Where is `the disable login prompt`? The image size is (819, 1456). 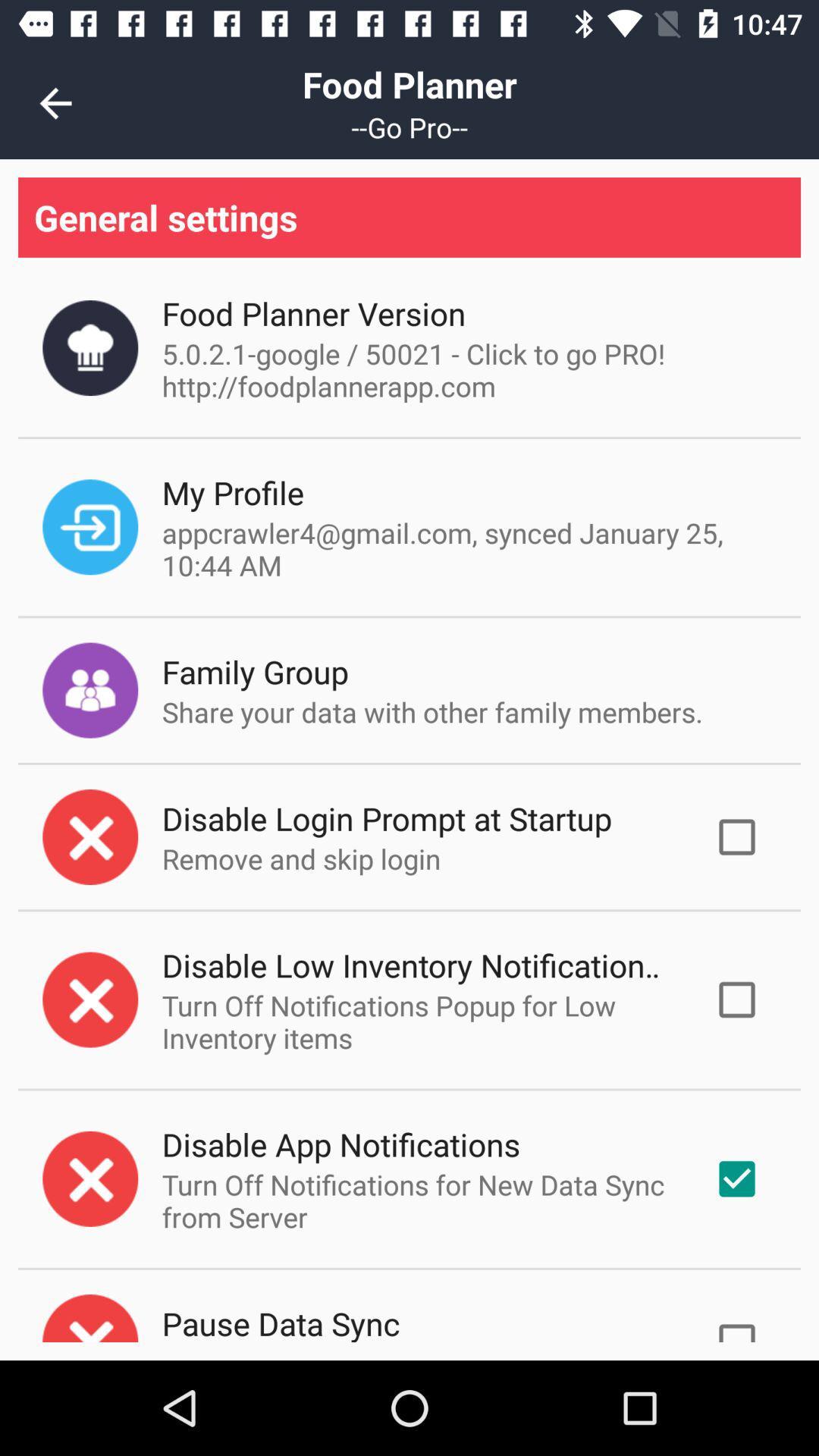 the disable login prompt is located at coordinates (386, 817).